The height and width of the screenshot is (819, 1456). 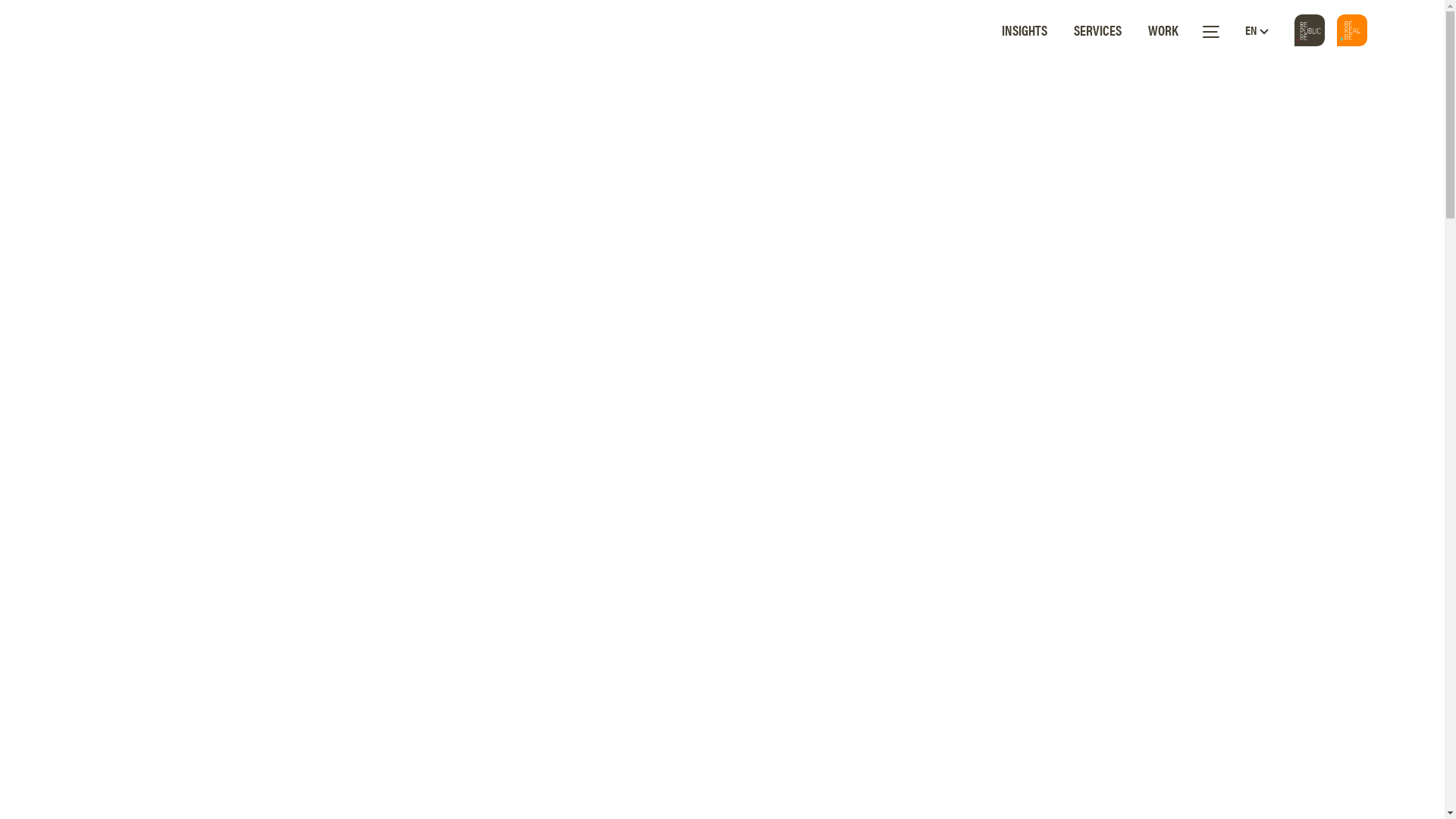 I want to click on 'SERVICES', so click(x=1073, y=30).